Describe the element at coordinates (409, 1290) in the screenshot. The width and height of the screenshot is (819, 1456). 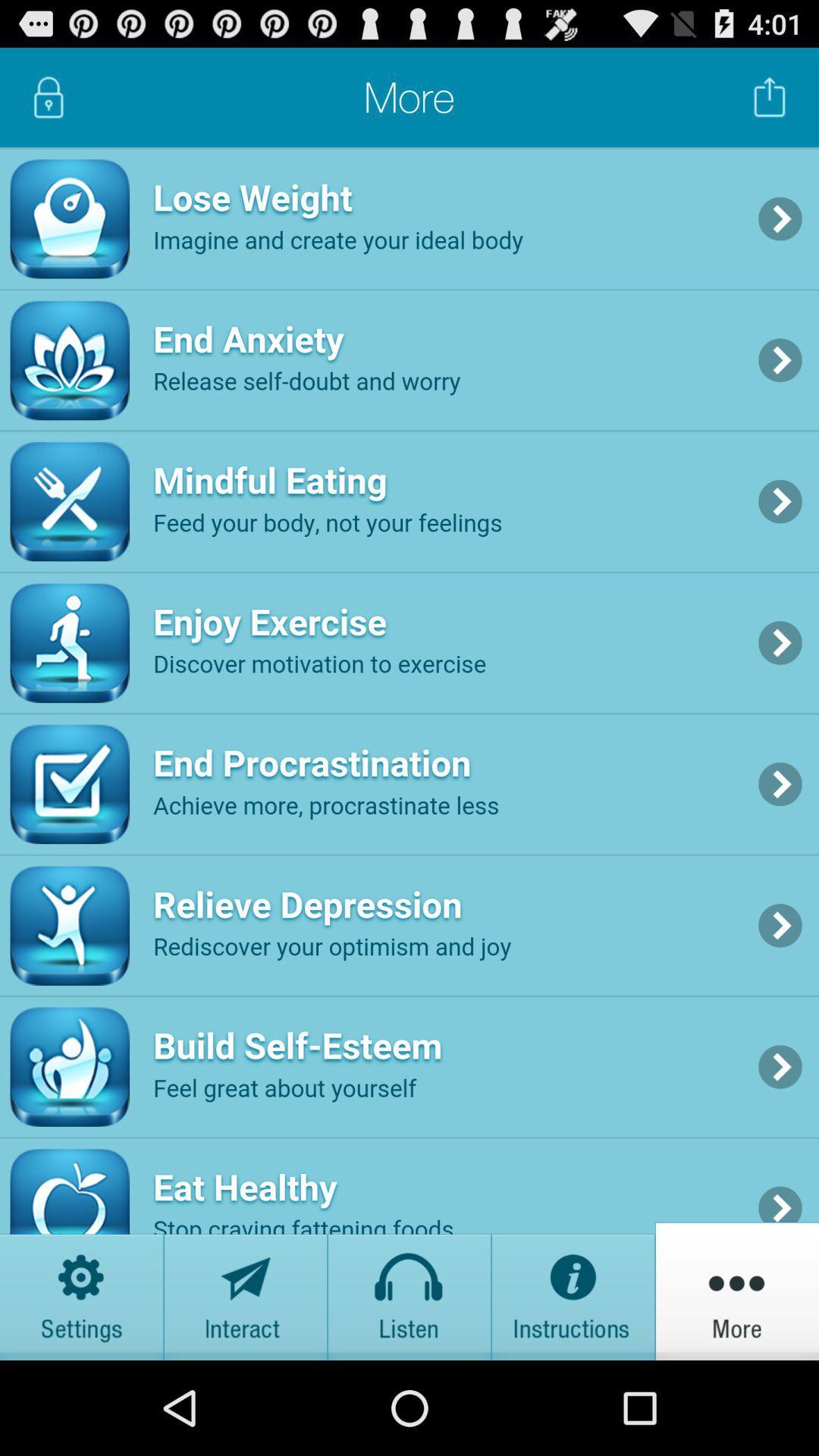
I see `listen` at that location.